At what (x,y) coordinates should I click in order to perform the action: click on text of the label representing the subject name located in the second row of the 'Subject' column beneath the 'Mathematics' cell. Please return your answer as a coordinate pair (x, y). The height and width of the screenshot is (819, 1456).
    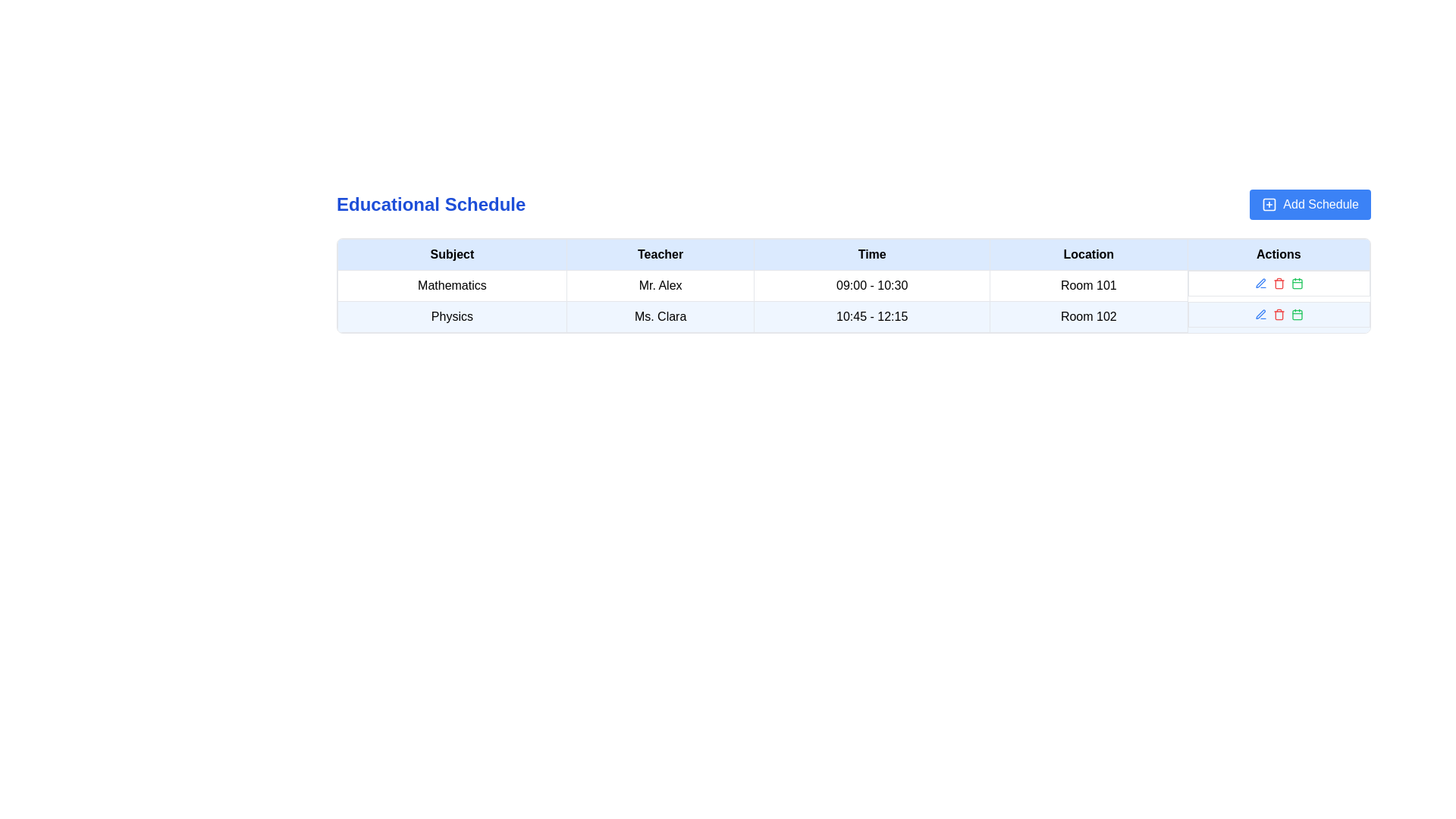
    Looking at the image, I should click on (451, 315).